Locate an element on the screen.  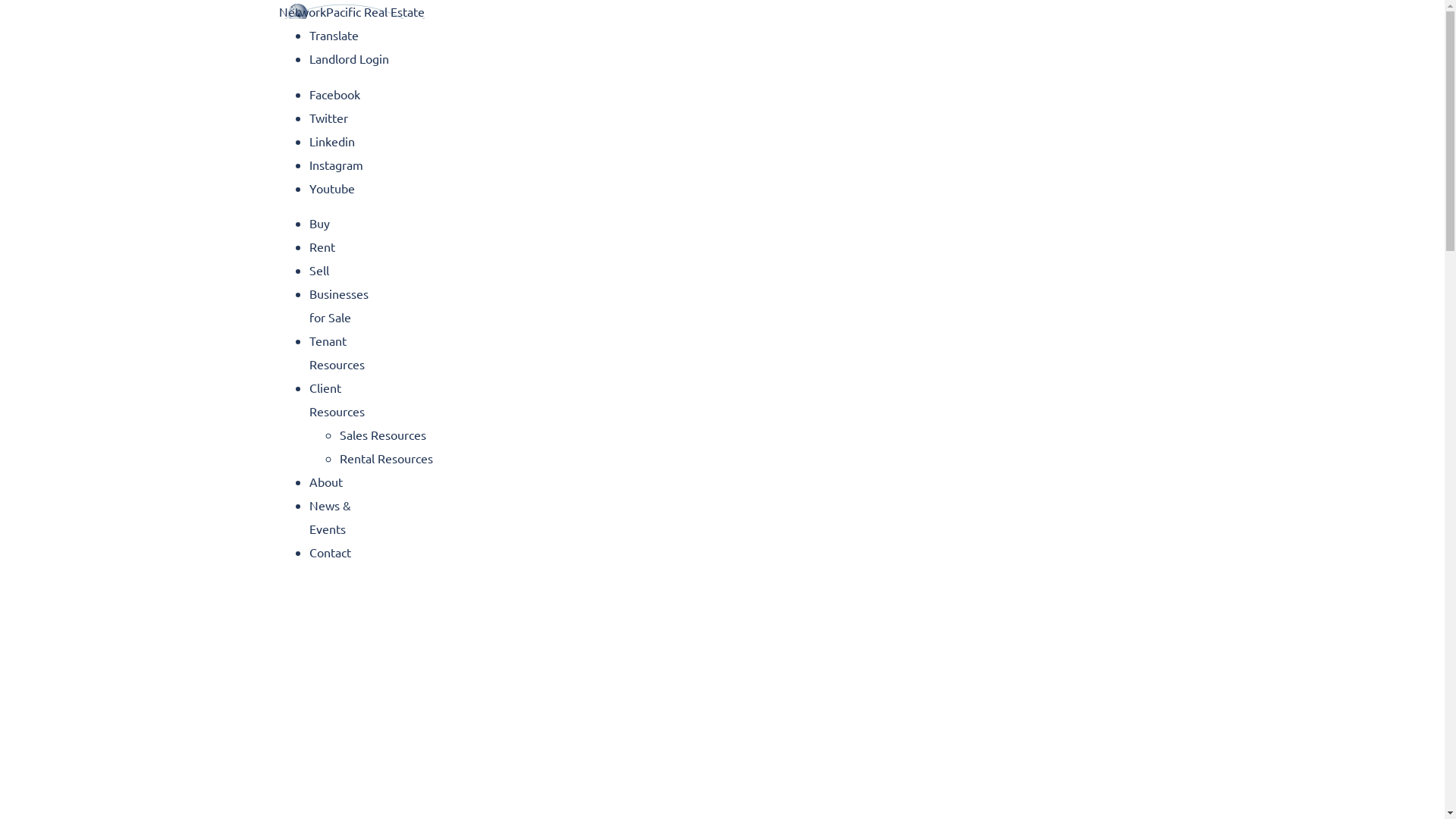
'Rental Resources' is located at coordinates (386, 457).